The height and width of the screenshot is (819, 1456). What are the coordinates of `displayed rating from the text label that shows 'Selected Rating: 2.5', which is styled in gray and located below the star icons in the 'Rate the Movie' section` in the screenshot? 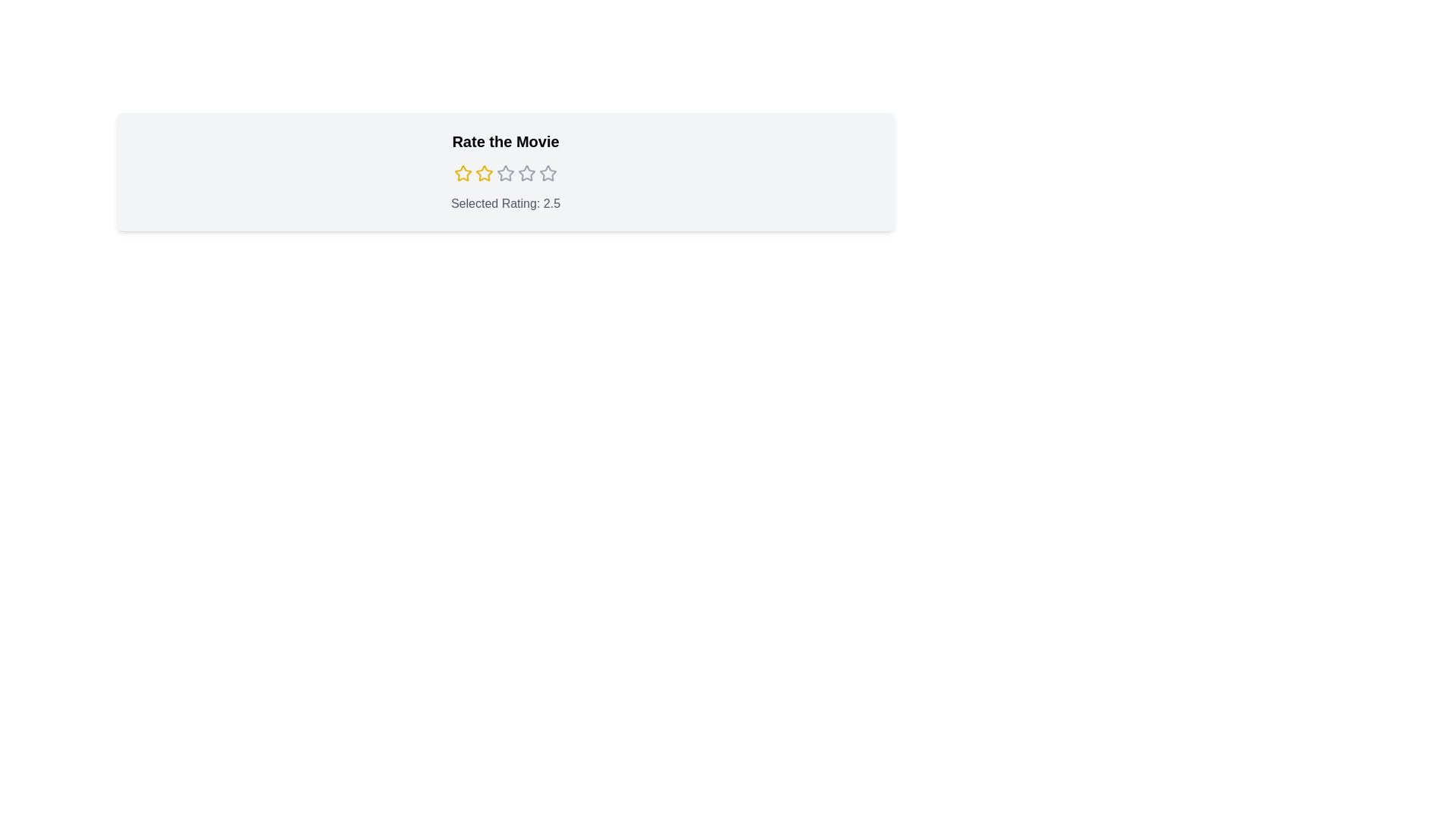 It's located at (506, 203).